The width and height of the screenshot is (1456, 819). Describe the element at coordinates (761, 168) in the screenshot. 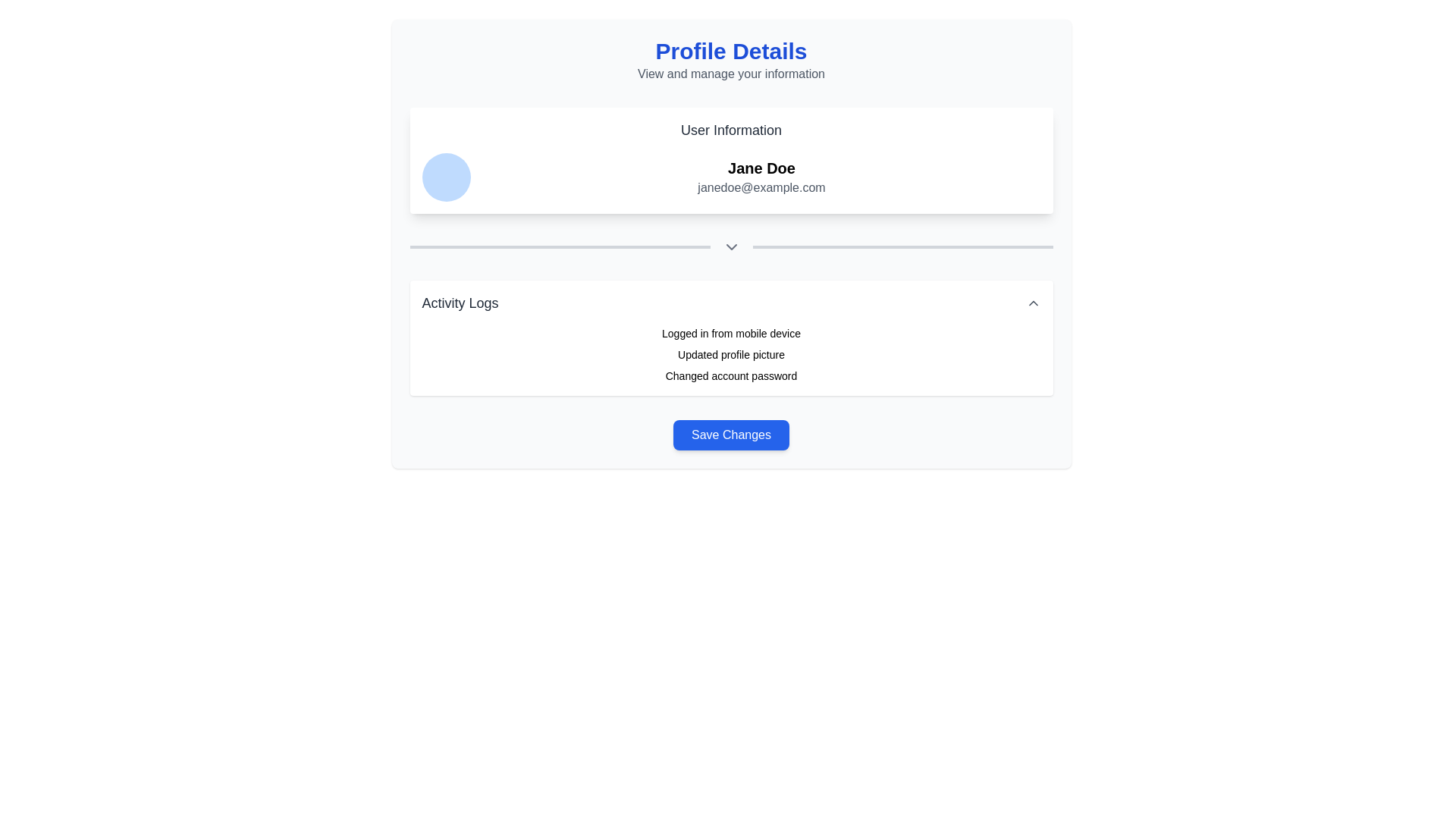

I see `the text block displaying 'Jane Doe', which is styled in bold and larger than surrounding text, located at the top center of the user information section` at that location.